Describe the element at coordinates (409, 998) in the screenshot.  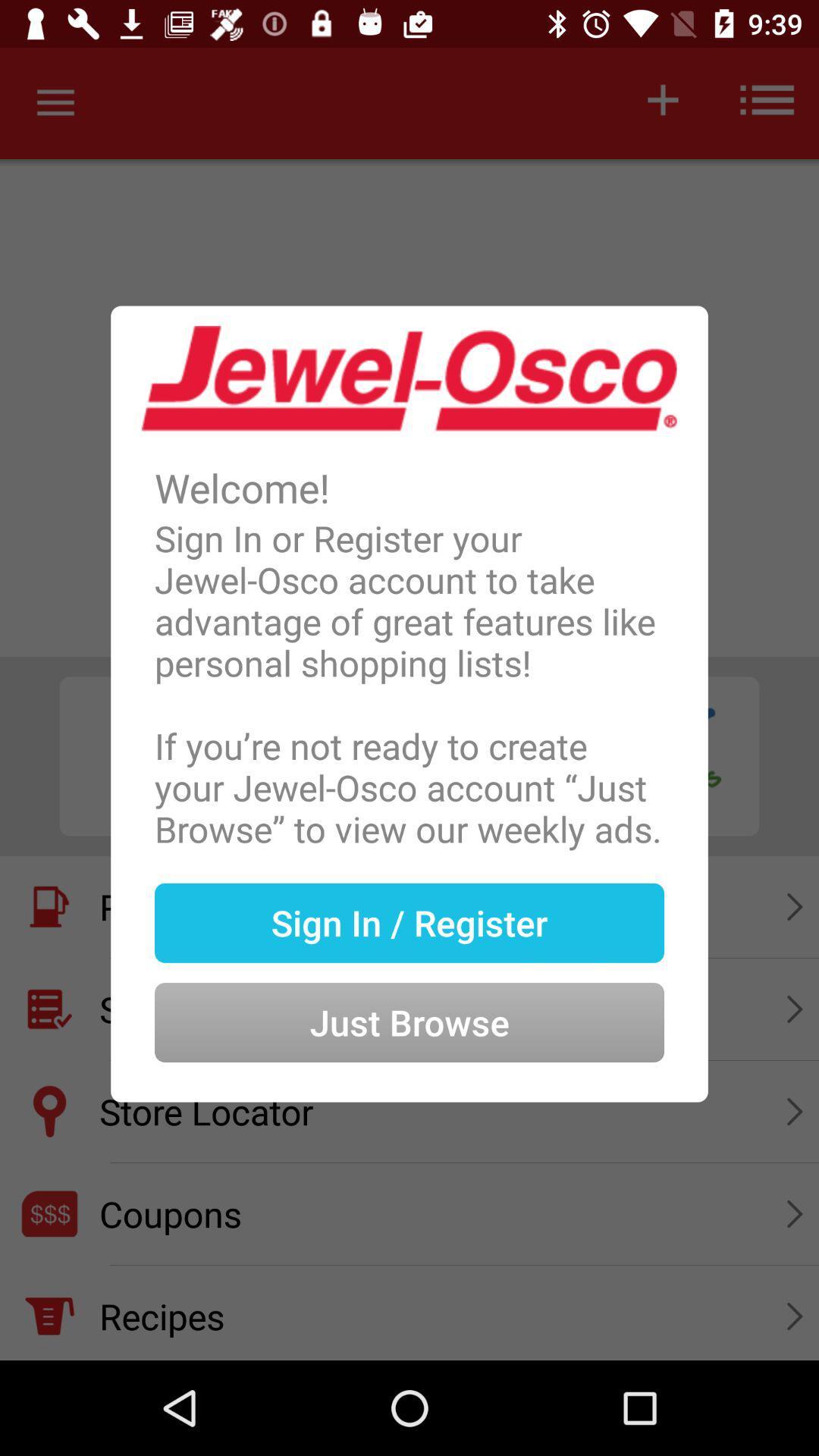
I see `just browse icon` at that location.